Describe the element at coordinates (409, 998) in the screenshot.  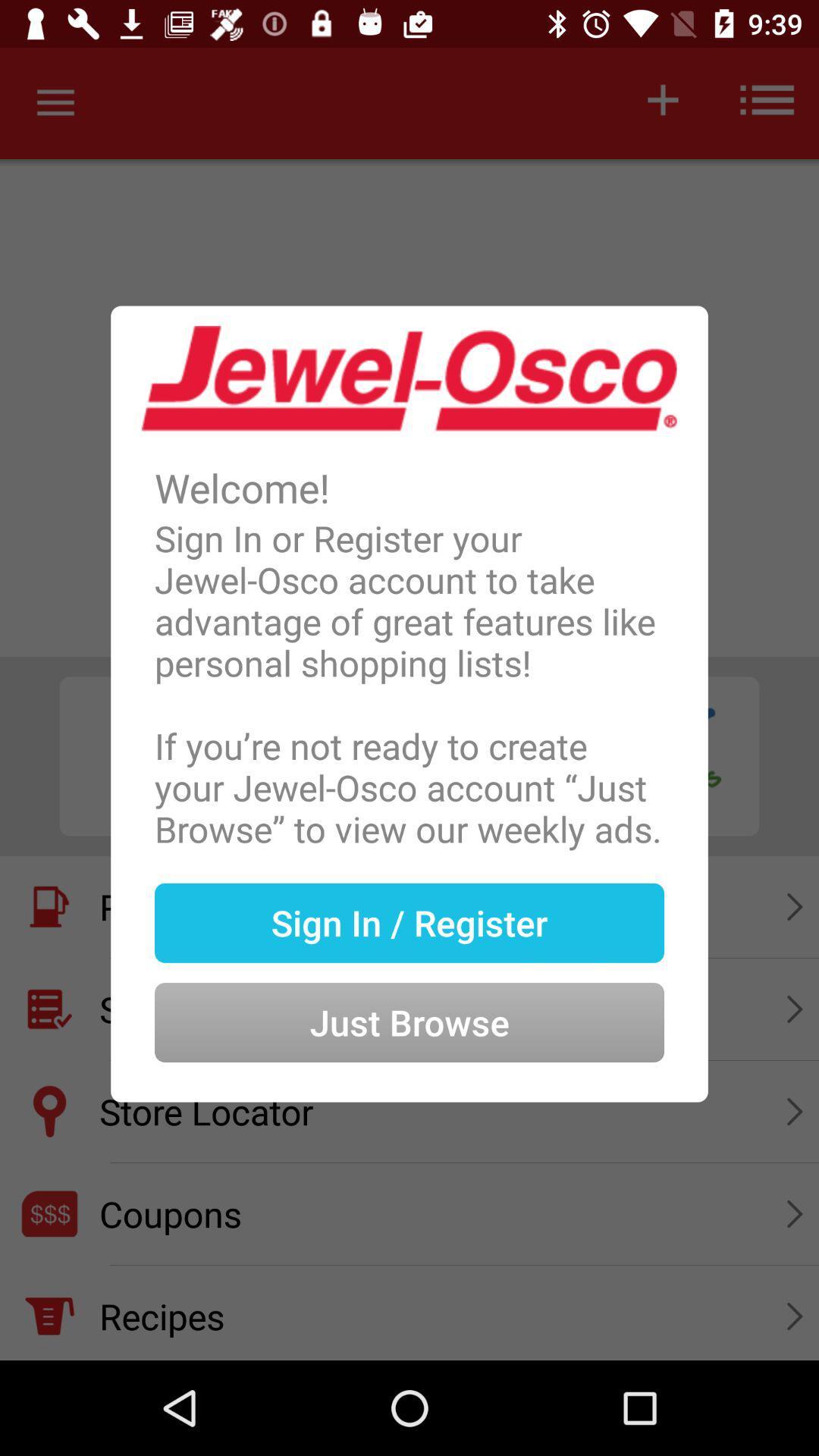
I see `just browse icon` at that location.